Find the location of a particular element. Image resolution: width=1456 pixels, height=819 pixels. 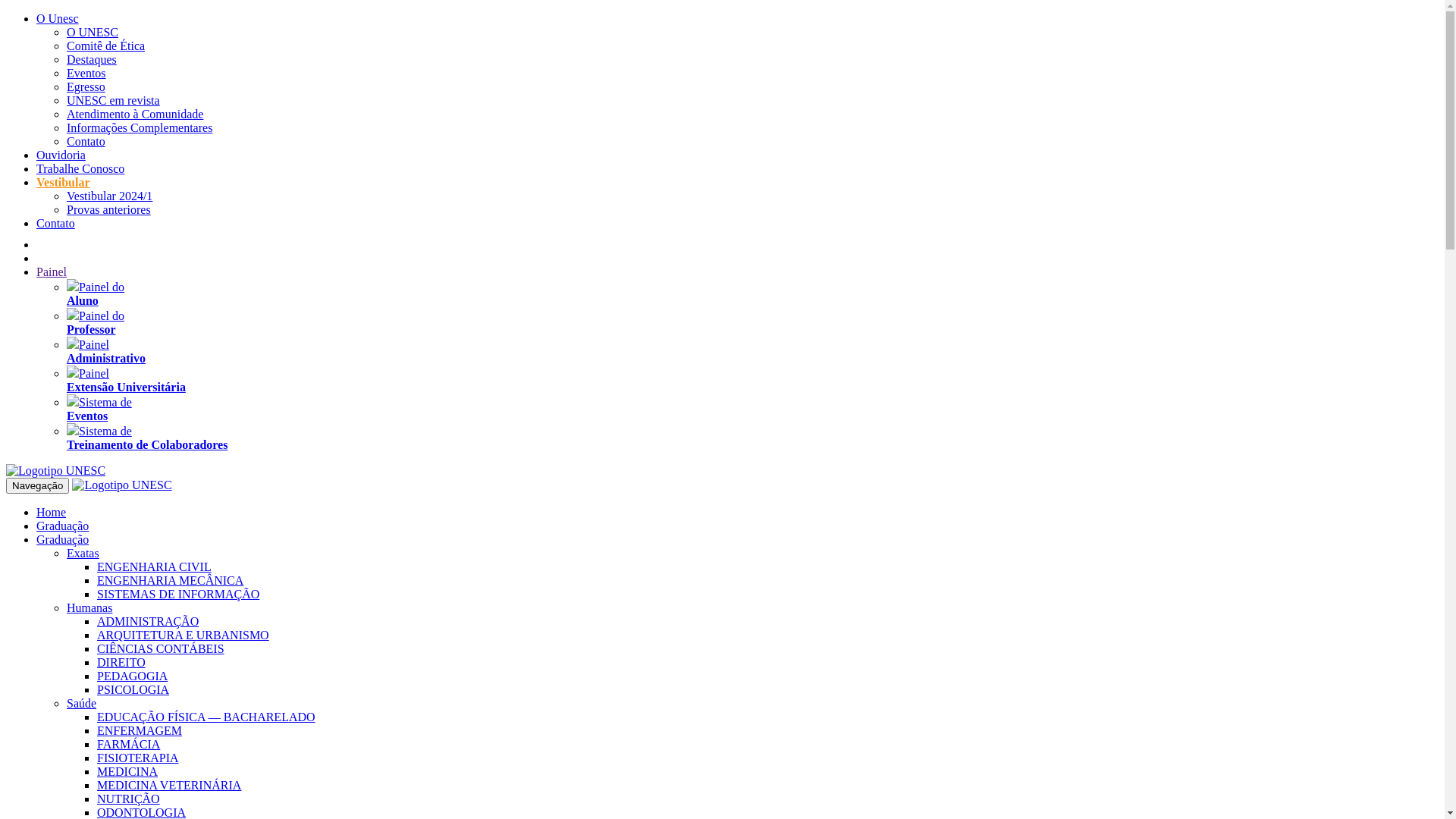

'UNESC' is located at coordinates (55, 470).